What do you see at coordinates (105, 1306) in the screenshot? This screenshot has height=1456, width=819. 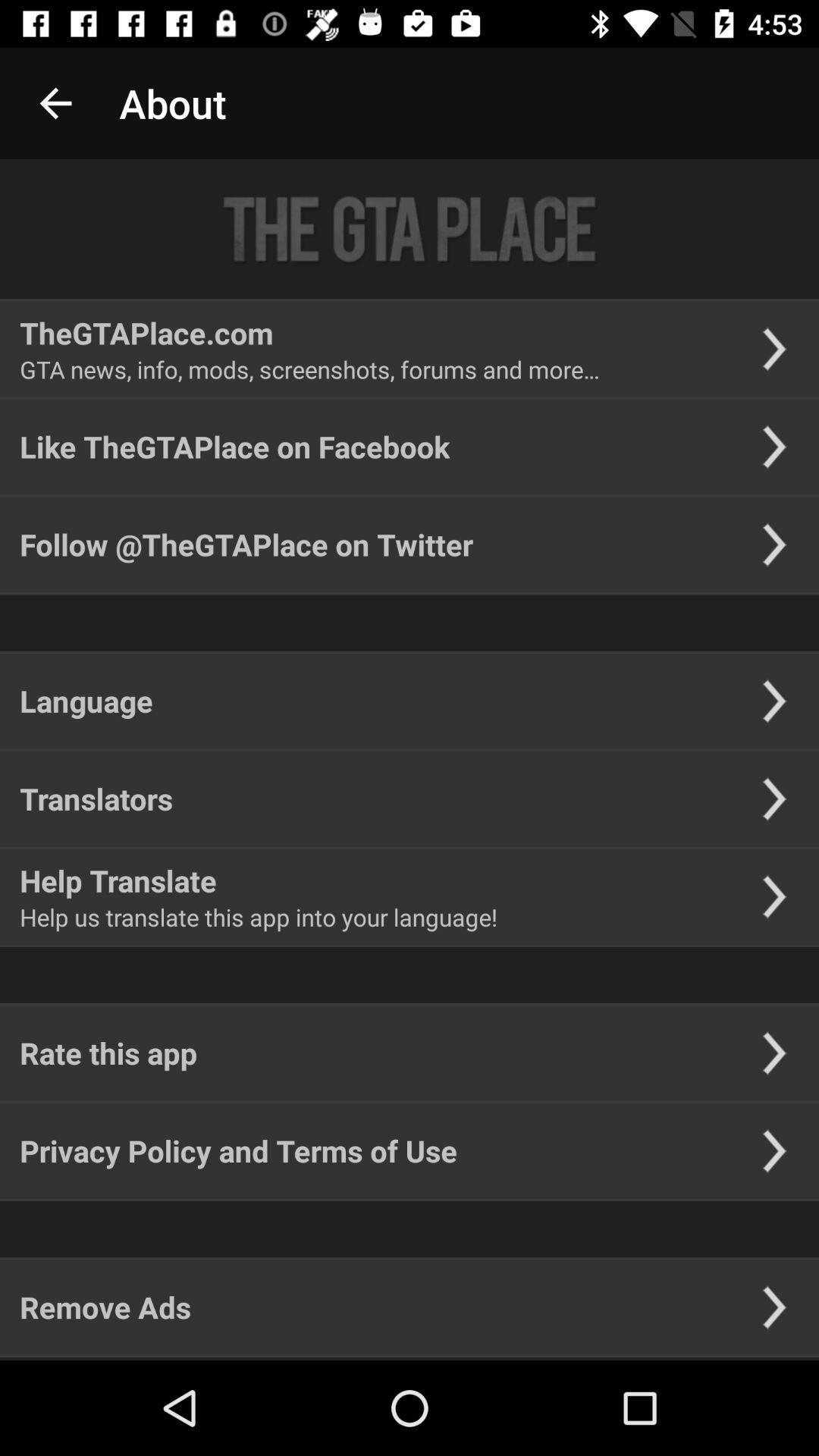 I see `icon below privacy policy and item` at bounding box center [105, 1306].